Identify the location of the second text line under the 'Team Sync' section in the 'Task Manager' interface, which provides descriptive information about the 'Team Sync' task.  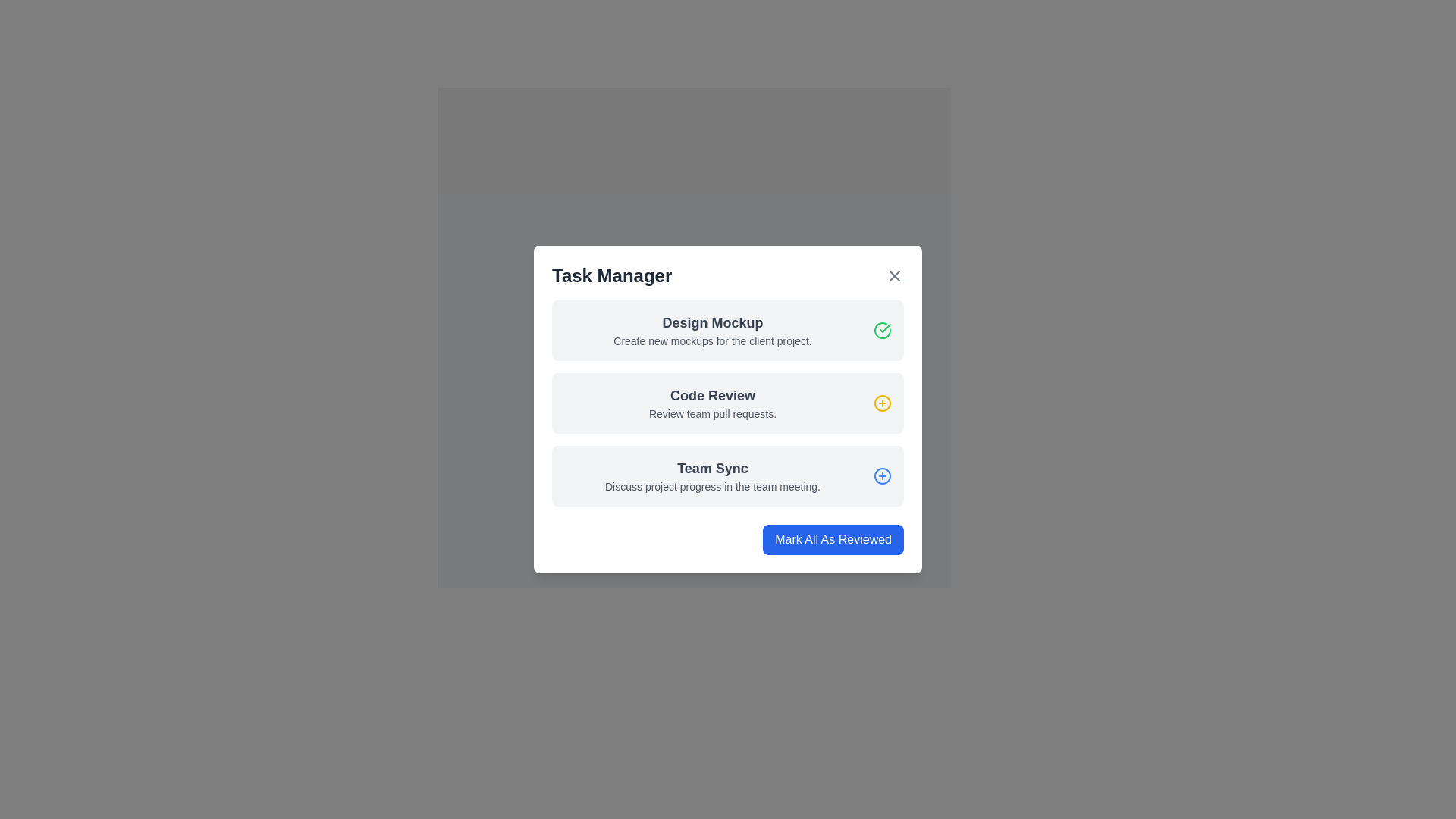
(712, 486).